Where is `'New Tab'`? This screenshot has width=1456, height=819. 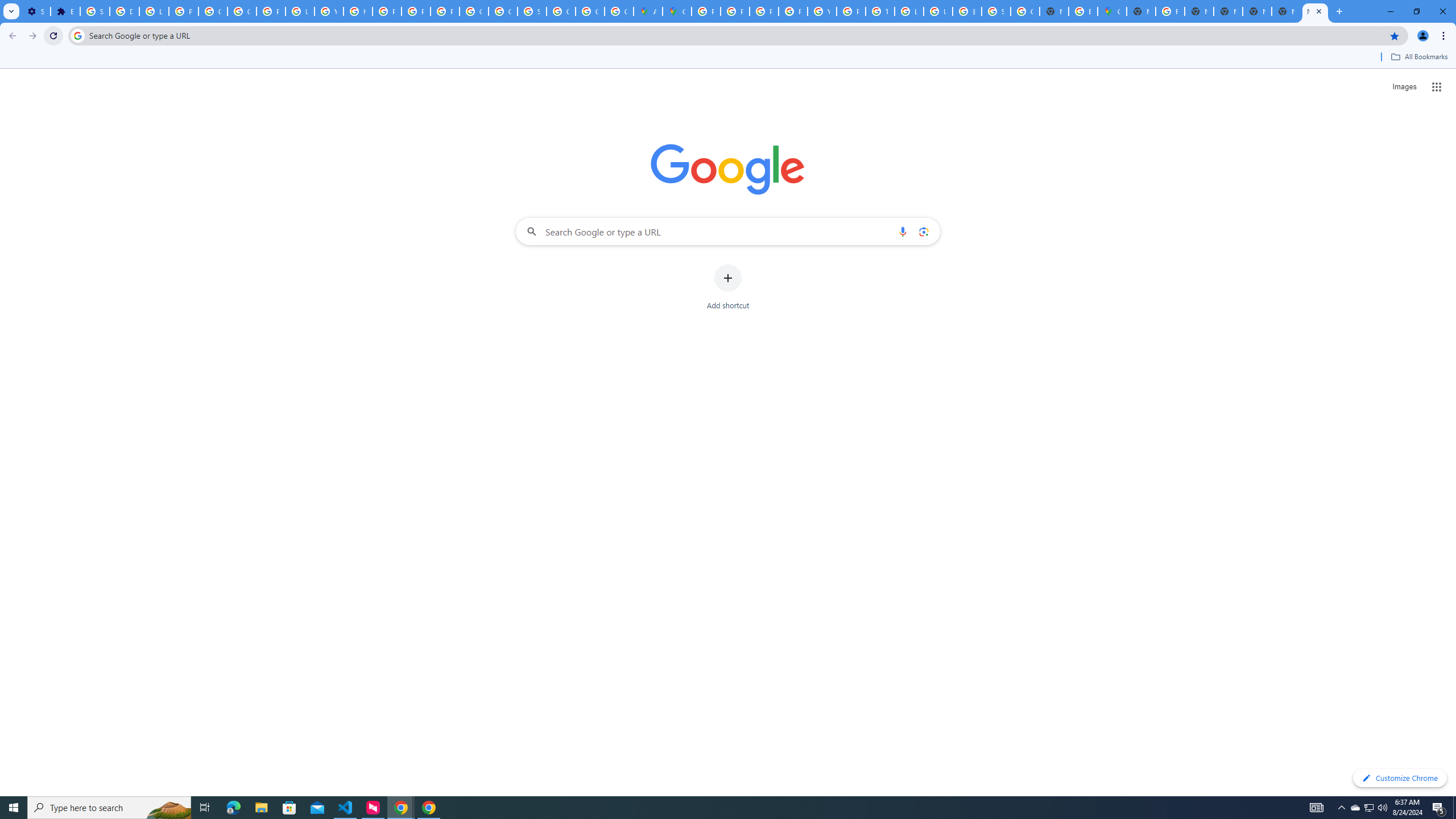
'New Tab' is located at coordinates (1286, 11).